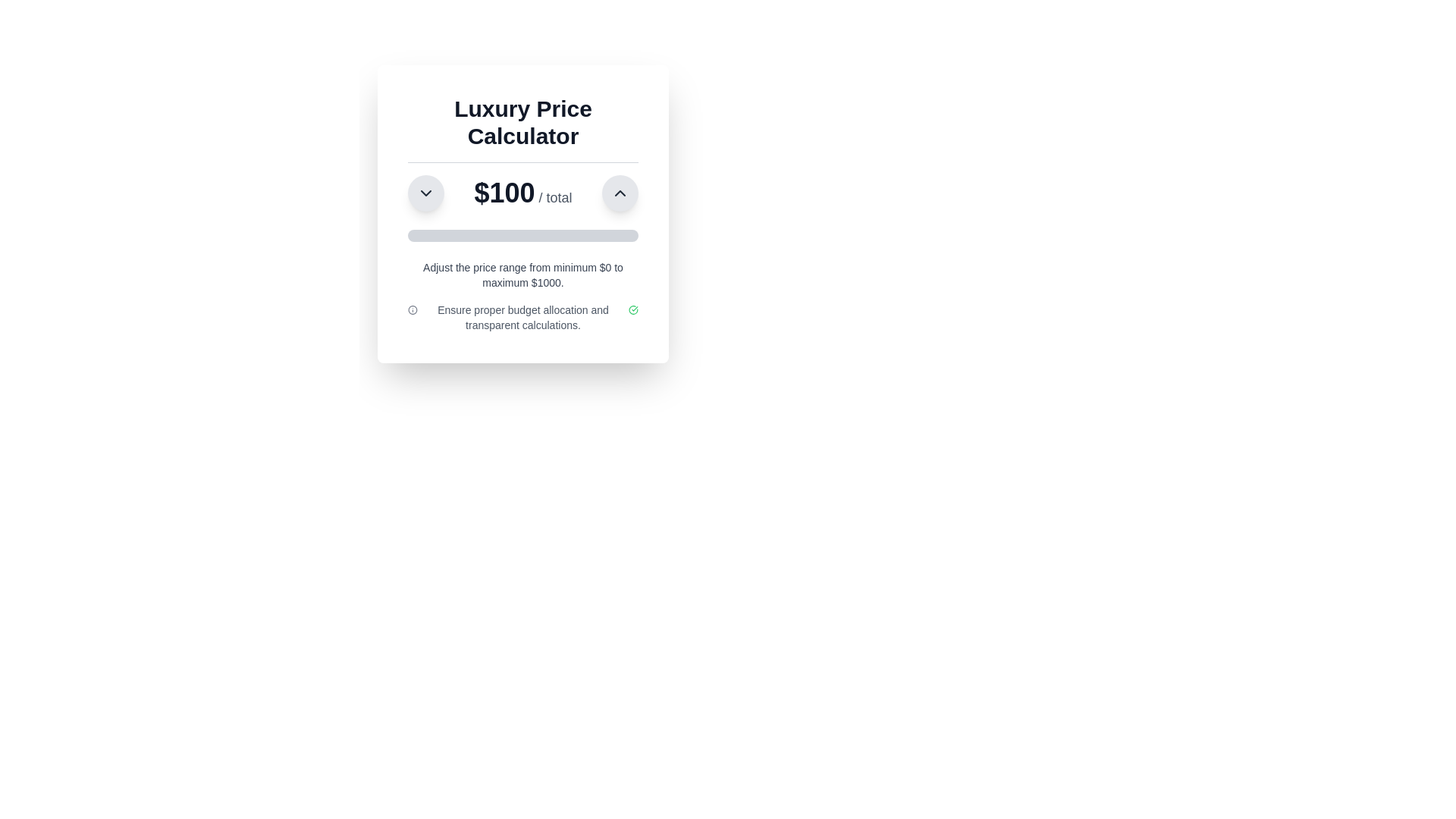 This screenshot has width=1456, height=819. I want to click on the leftmost informational icon to uncover information or perform an action related to the information, so click(412, 309).